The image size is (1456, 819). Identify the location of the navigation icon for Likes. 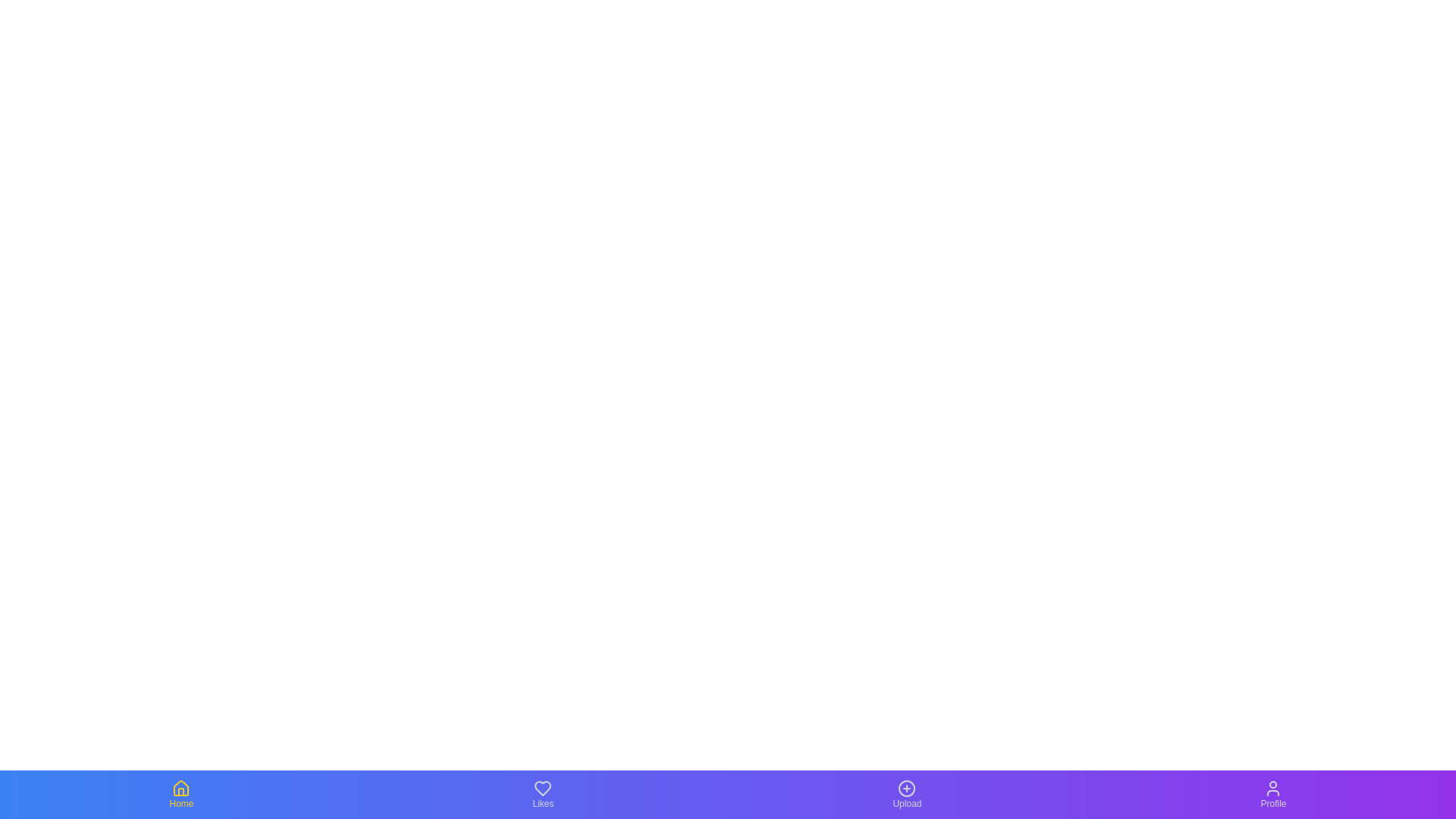
(542, 794).